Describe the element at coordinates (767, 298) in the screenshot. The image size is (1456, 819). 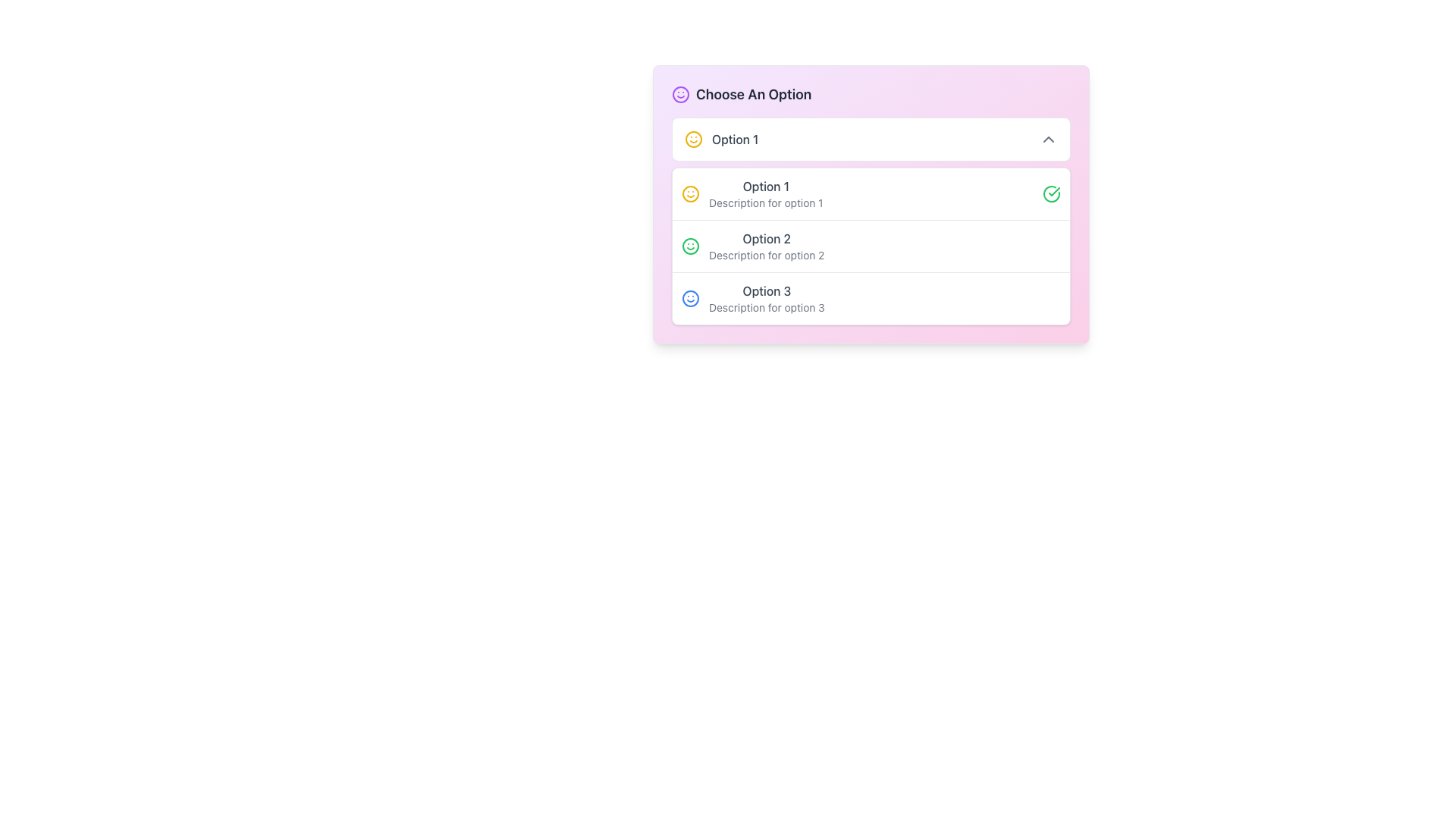
I see `the List item titled 'Option 3' which has a bold dark text and a gray subtitle, alongside a blue smiley face icon` at that location.